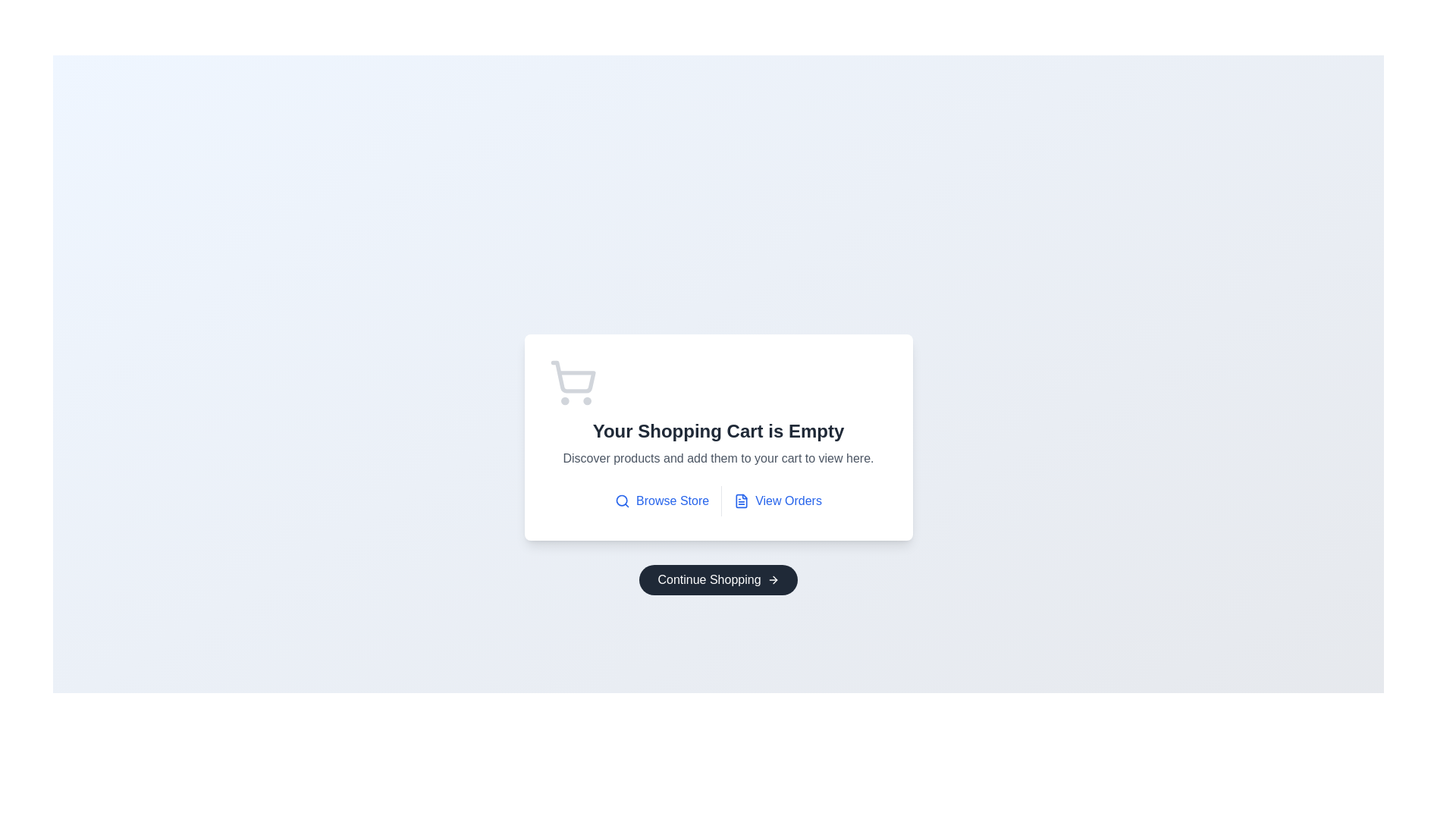 The width and height of the screenshot is (1456, 819). What do you see at coordinates (572, 382) in the screenshot?
I see `the shopping cart icon located at the top-left corner of the card that displays the message 'Your Shopping Cart is Empty.'` at bounding box center [572, 382].